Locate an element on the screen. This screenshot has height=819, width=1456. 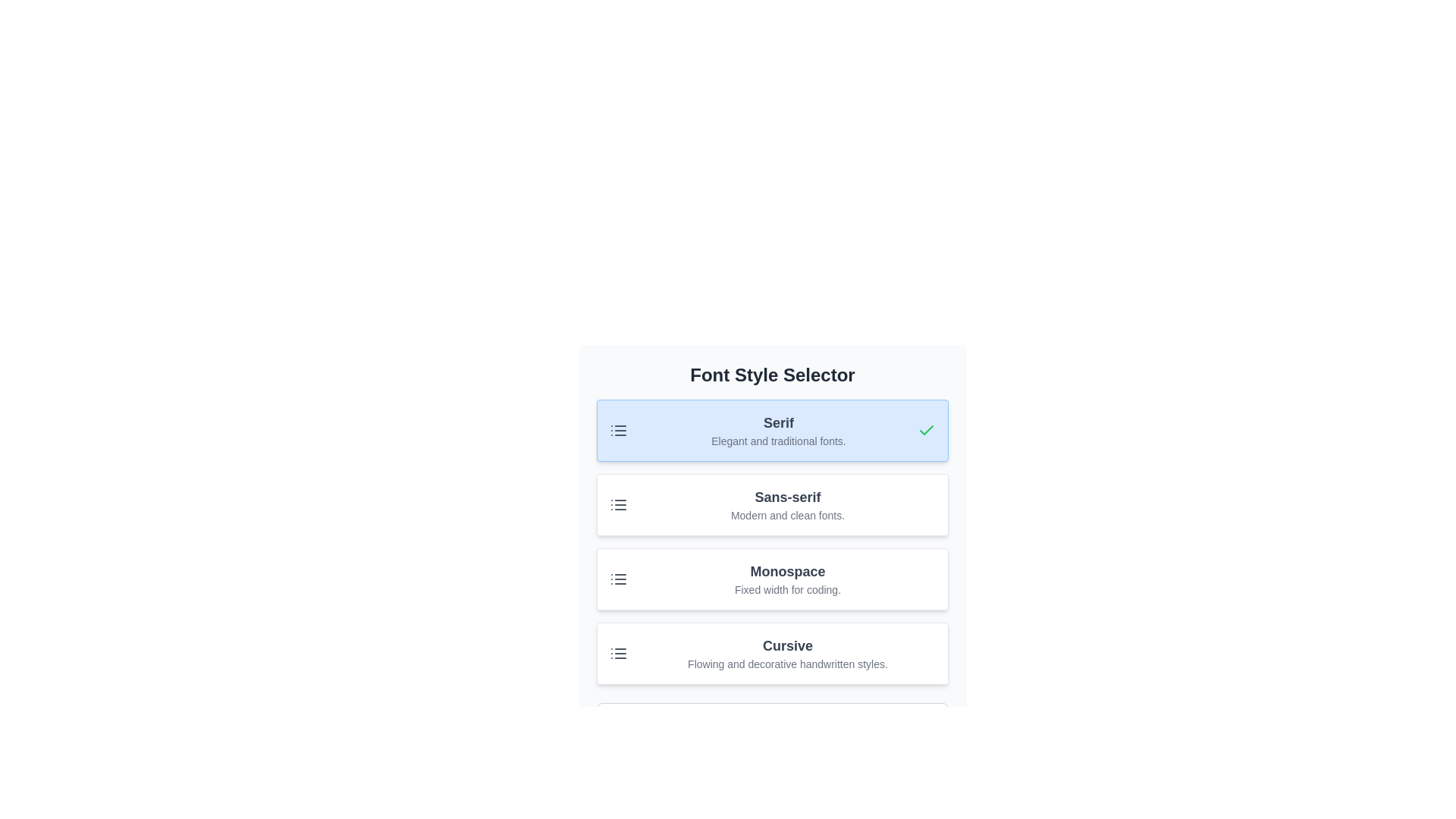
the selectable card for the font style 'Serif' is located at coordinates (772, 430).